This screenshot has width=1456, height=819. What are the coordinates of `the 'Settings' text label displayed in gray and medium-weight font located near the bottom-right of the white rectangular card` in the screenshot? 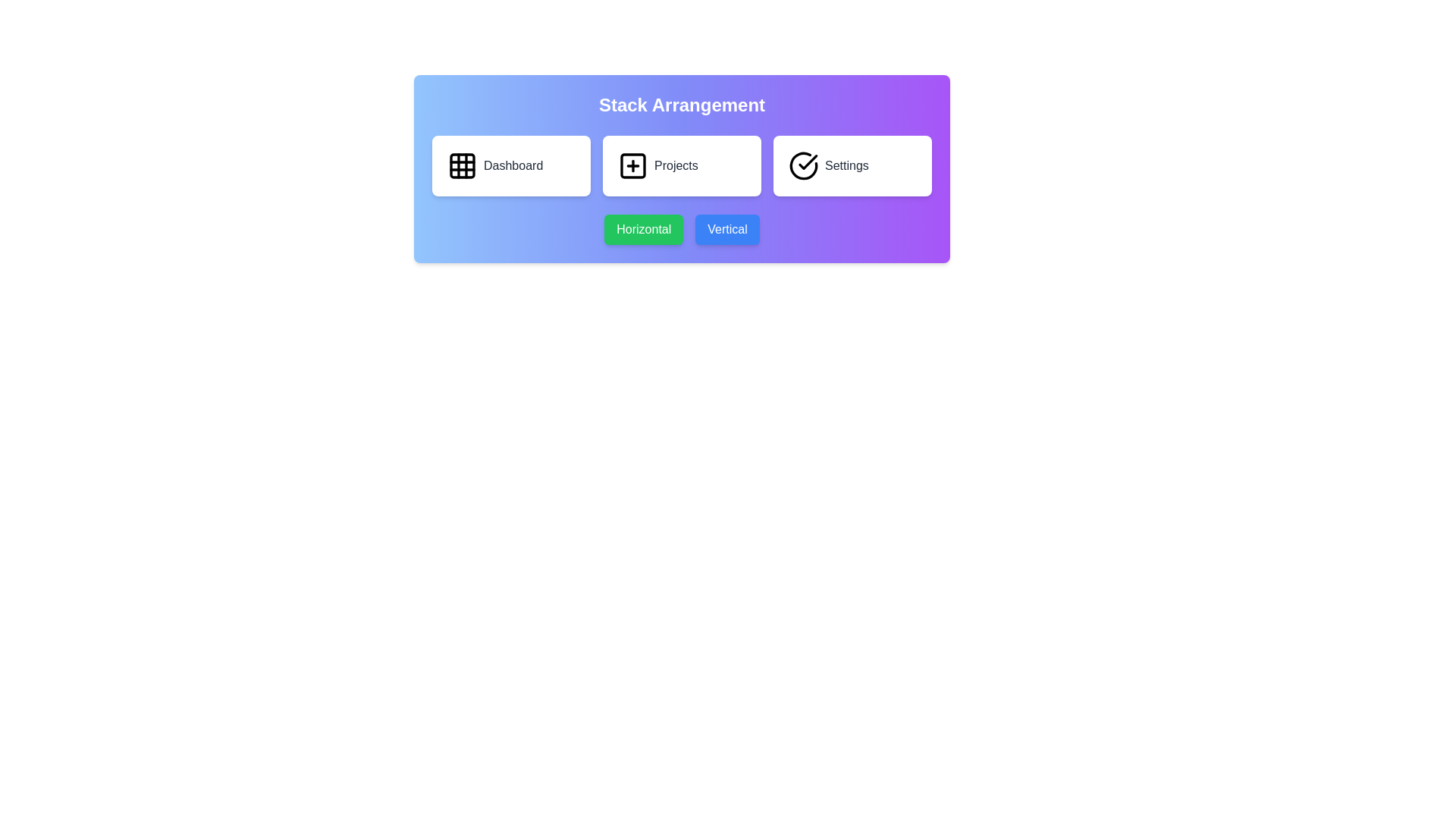 It's located at (846, 166).